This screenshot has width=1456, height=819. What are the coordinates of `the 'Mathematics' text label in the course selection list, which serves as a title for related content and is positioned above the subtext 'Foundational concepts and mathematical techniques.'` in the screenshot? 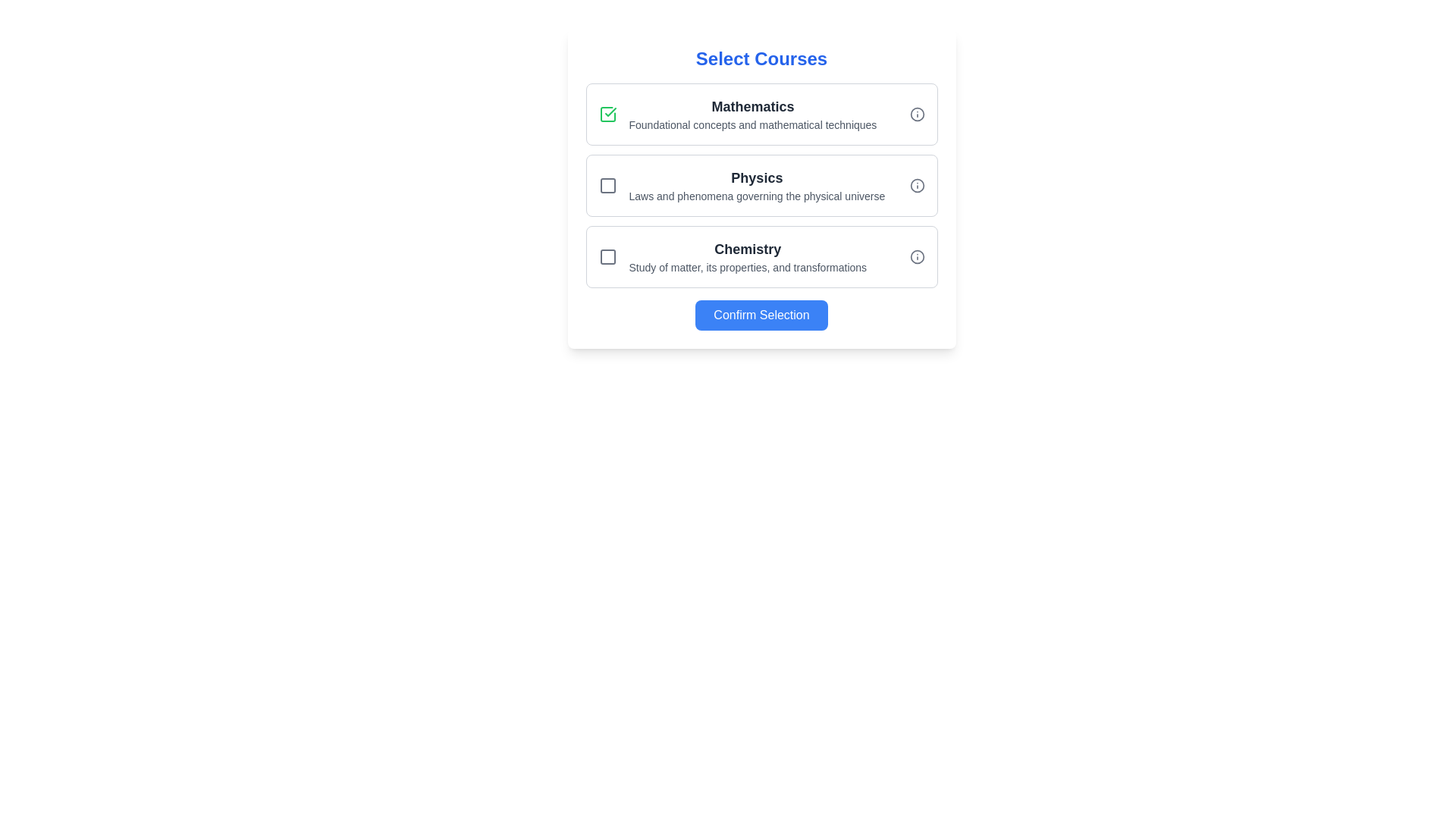 It's located at (753, 106).